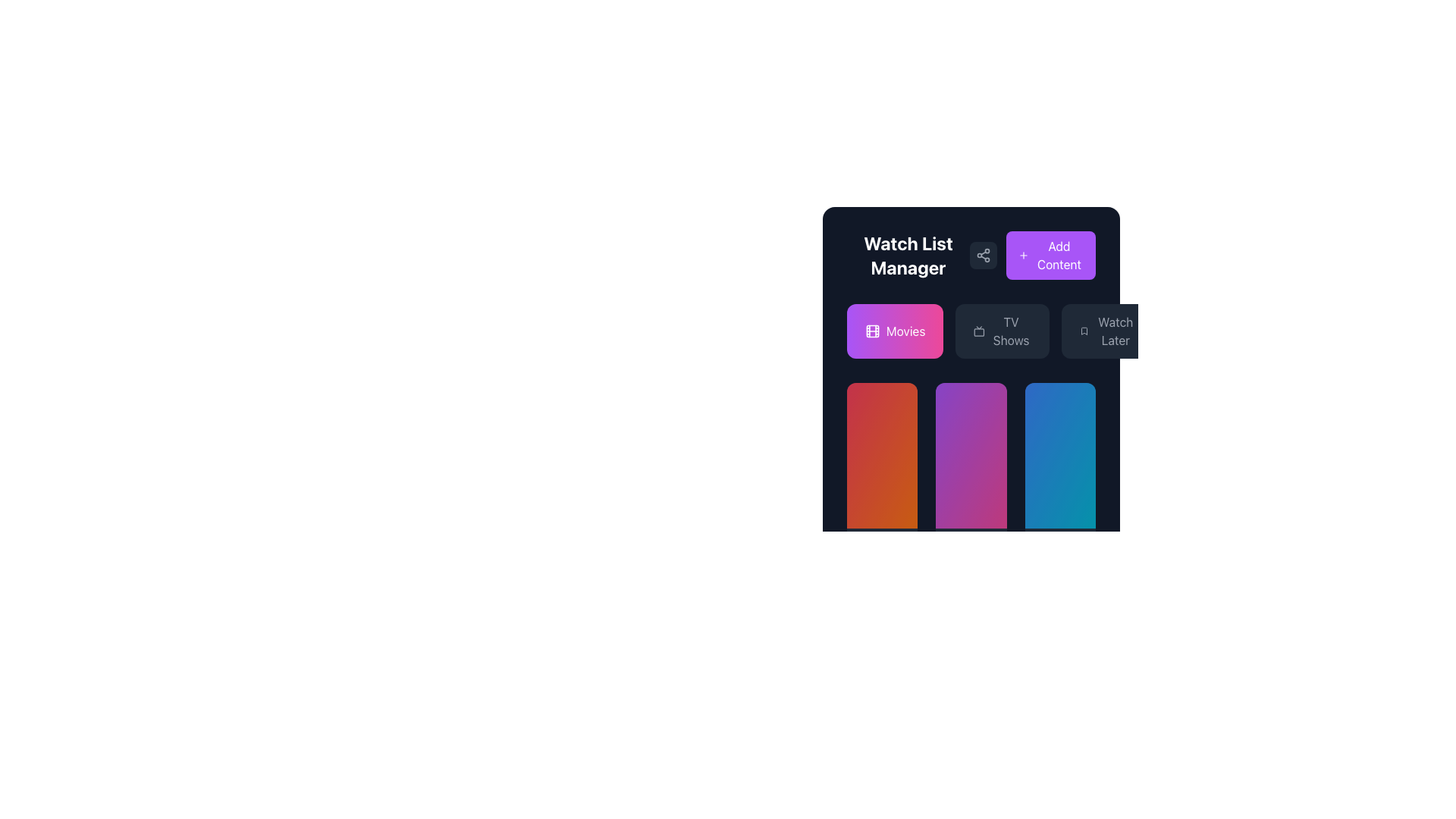 The image size is (1456, 819). Describe the element at coordinates (979, 330) in the screenshot. I see `the 'TV Shows' icon within the Watch List Manager to identify the section visually` at that location.